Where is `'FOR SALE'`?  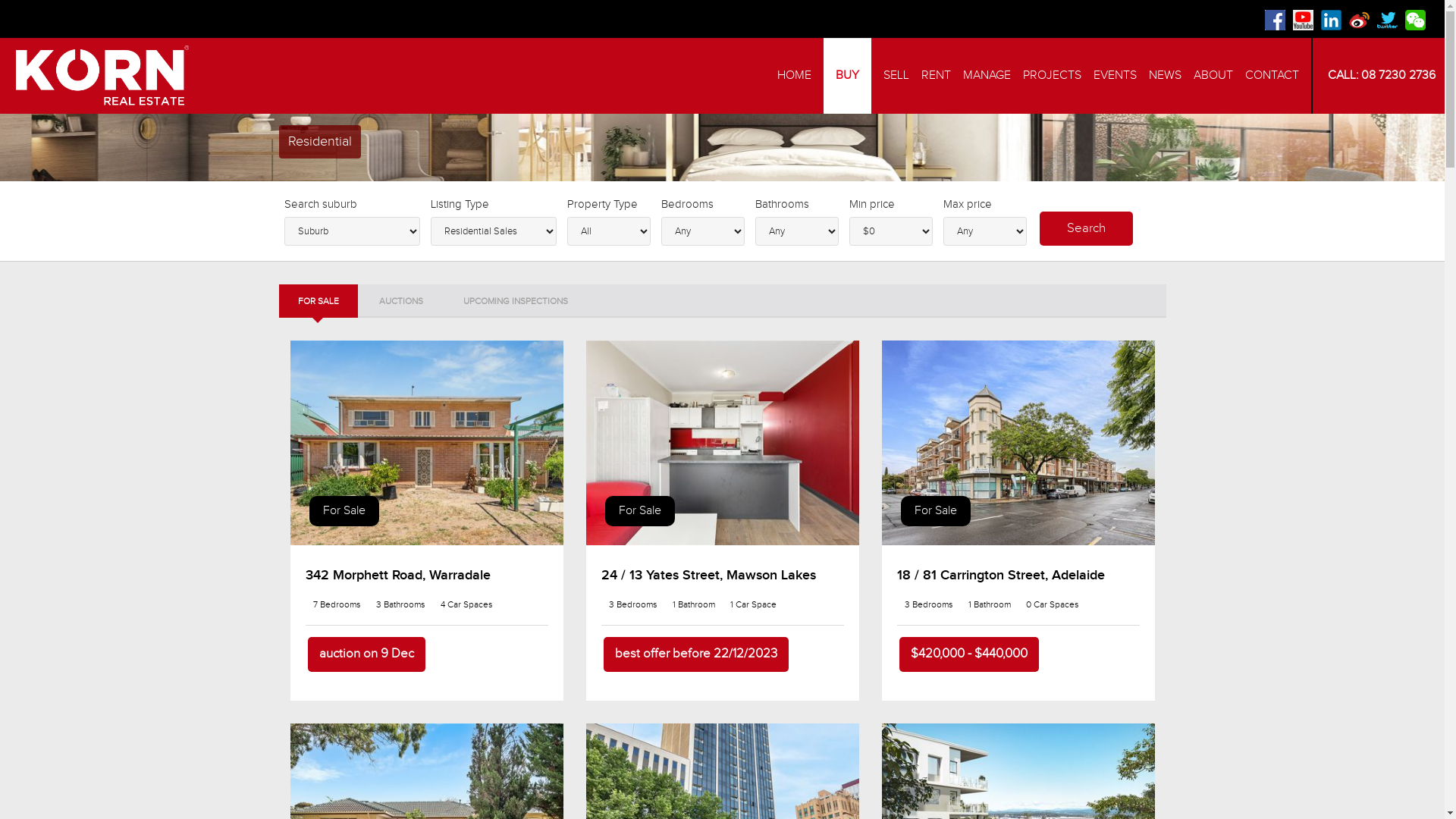
'FOR SALE' is located at coordinates (279, 301).